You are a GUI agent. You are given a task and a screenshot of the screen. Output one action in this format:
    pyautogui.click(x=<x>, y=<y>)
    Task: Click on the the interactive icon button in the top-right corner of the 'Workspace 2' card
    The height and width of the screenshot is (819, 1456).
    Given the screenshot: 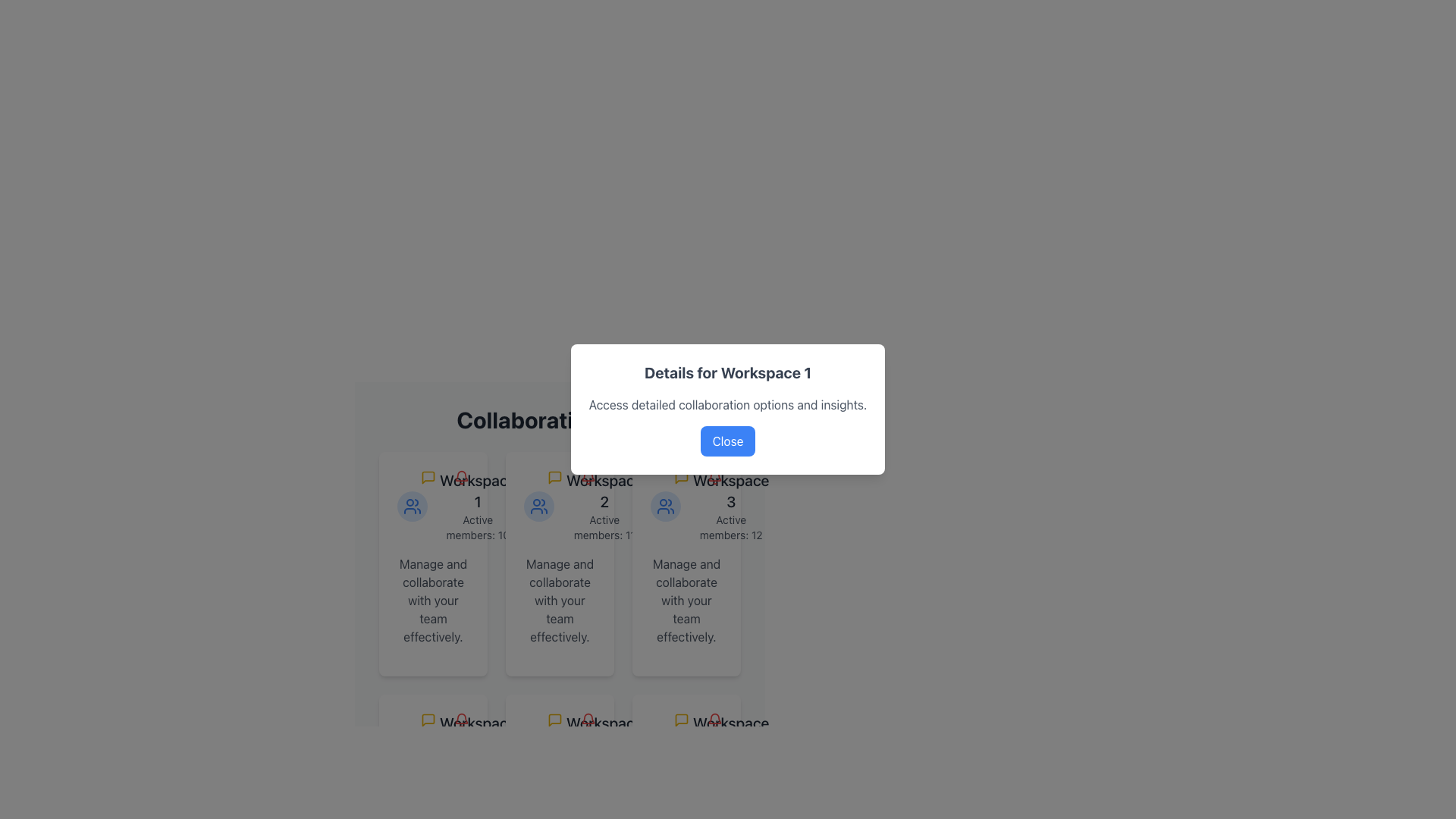 What is the action you would take?
    pyautogui.click(x=570, y=476)
    